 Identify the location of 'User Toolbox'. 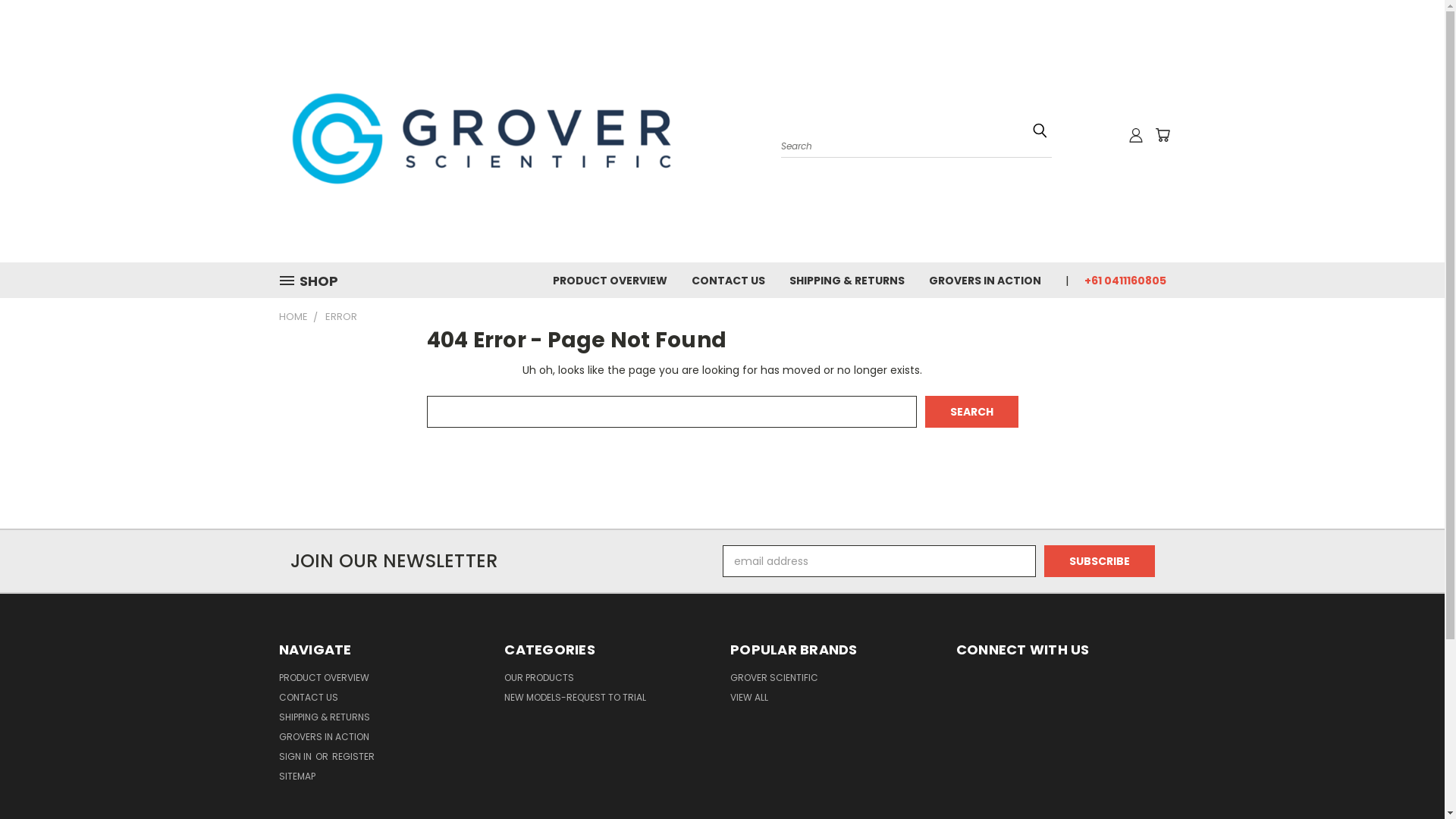
(1128, 133).